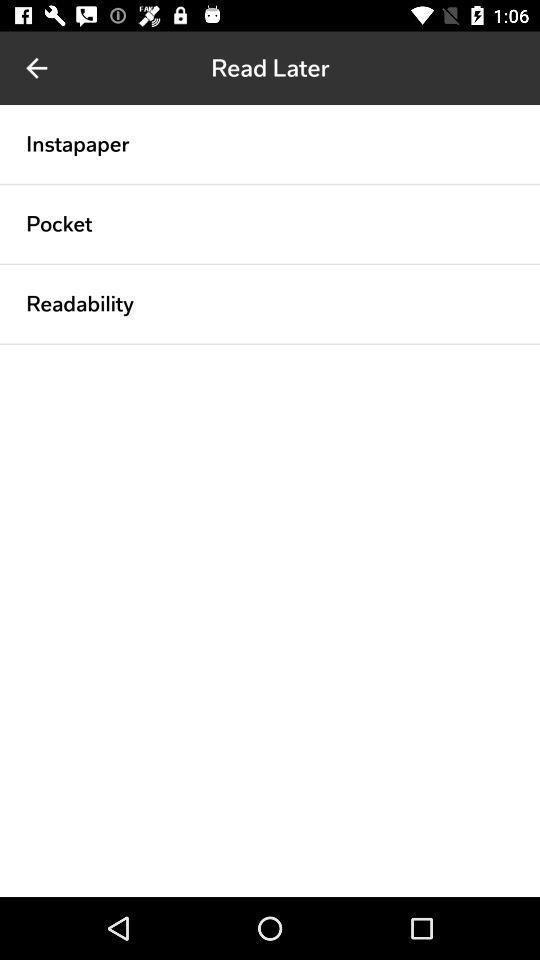  Describe the element at coordinates (270, 263) in the screenshot. I see `icon above readability icon` at that location.